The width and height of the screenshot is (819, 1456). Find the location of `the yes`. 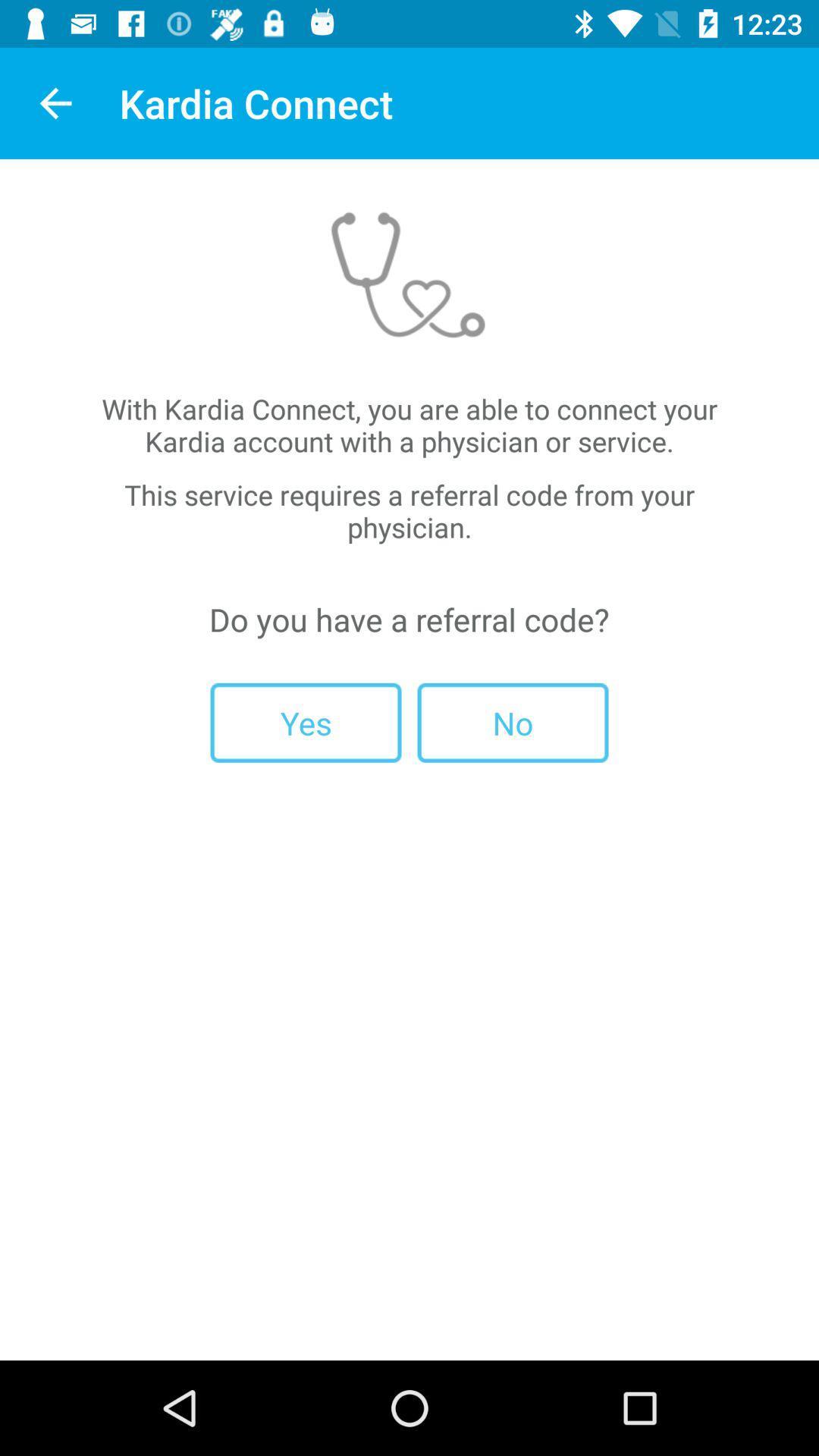

the yes is located at coordinates (306, 722).